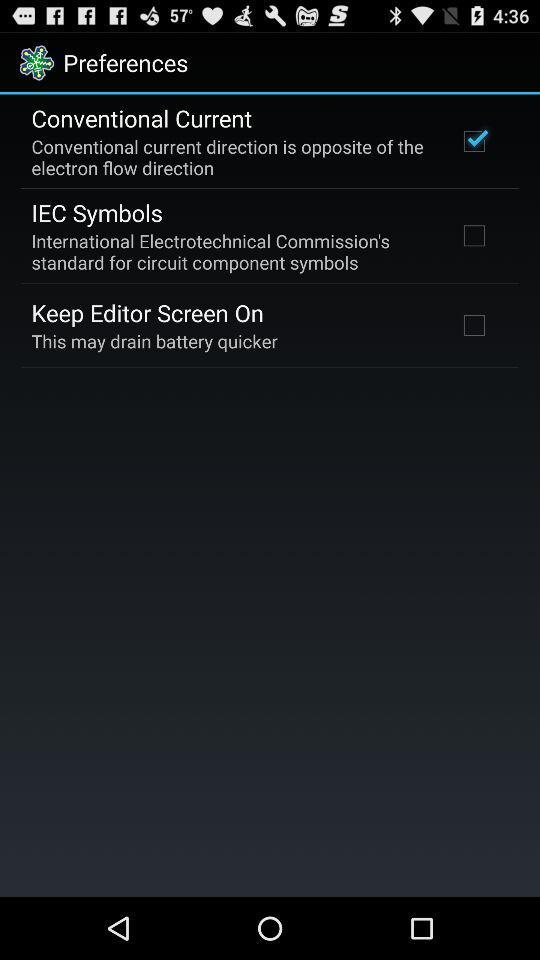 Image resolution: width=540 pixels, height=960 pixels. What do you see at coordinates (96, 212) in the screenshot?
I see `app above the international electrotechnical commission app` at bounding box center [96, 212].